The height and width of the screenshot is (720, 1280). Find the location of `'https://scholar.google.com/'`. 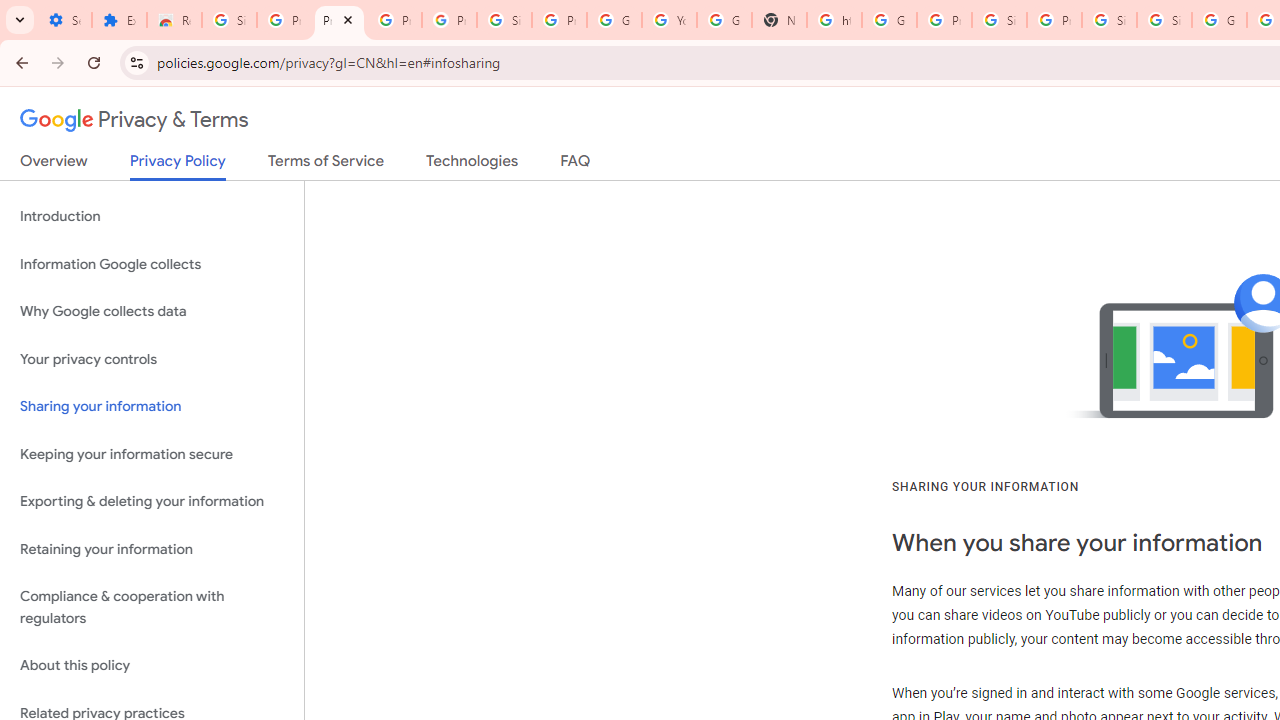

'https://scholar.google.com/' is located at coordinates (833, 20).